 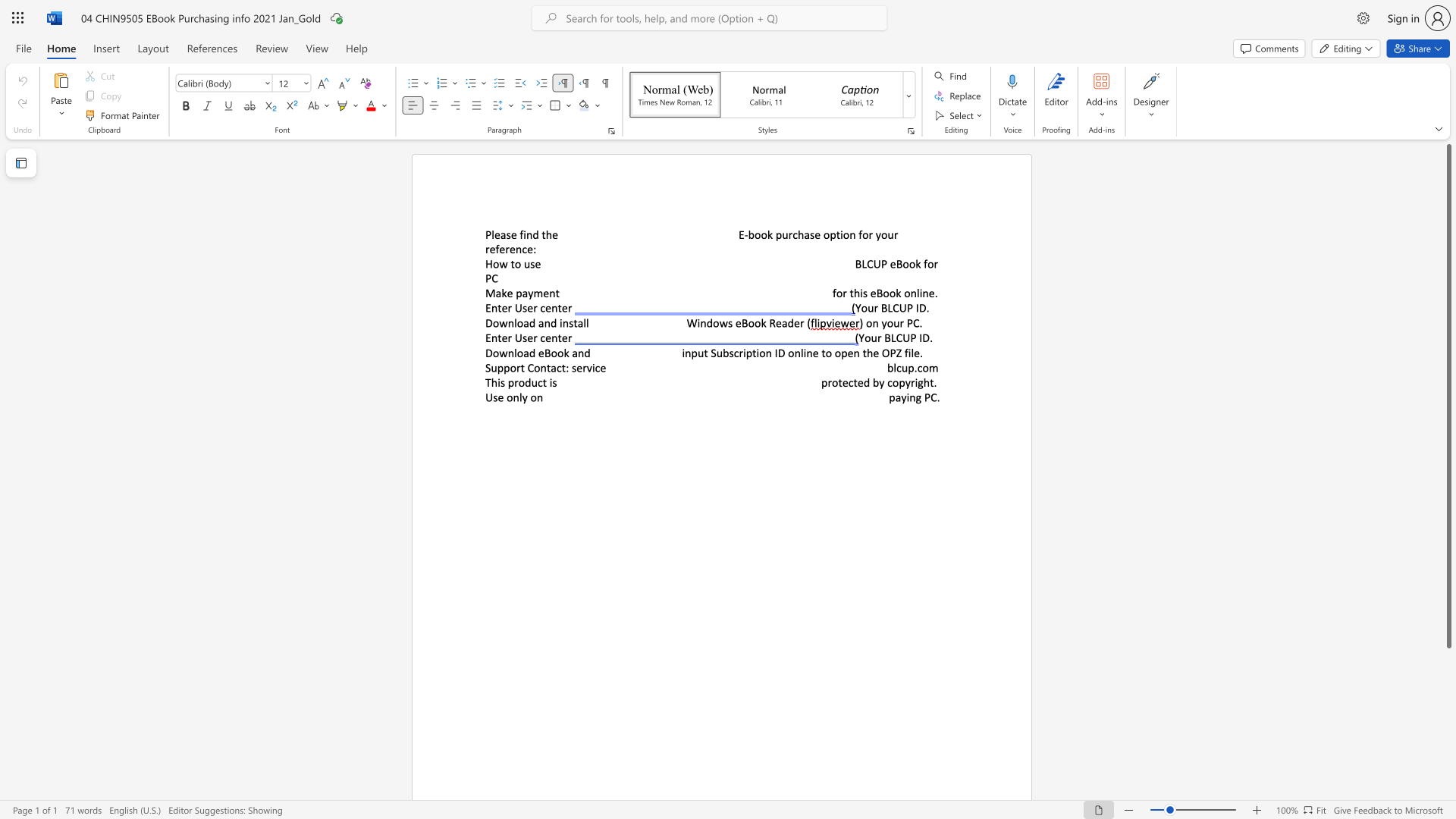 What do you see at coordinates (490, 293) in the screenshot?
I see `the 1th character "M" in the text` at bounding box center [490, 293].